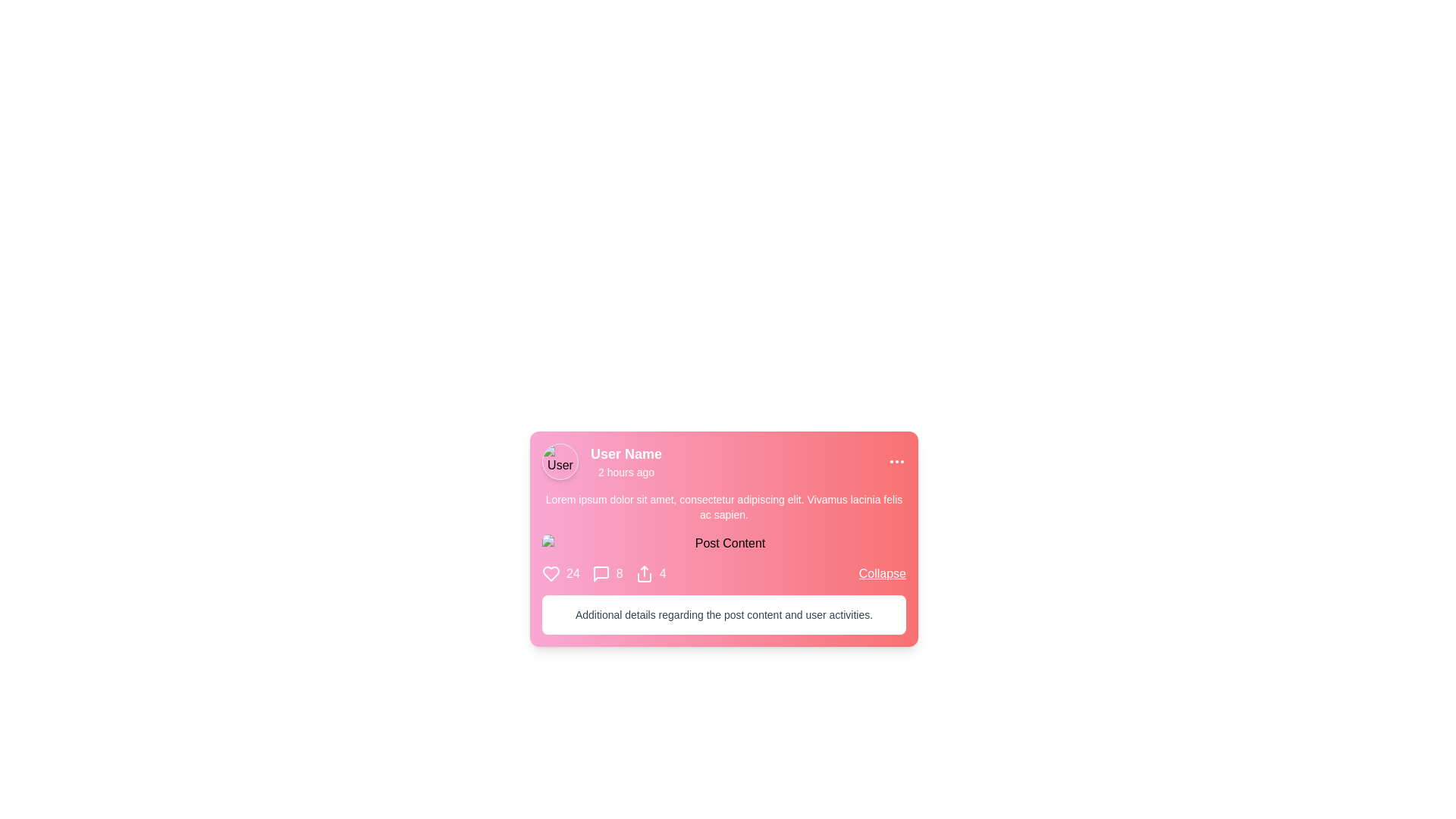 The height and width of the screenshot is (819, 1456). What do you see at coordinates (651, 573) in the screenshot?
I see `the share button, which is a rounded square icon with an upward arrow and the label '4', located in the bottom row of a card layout` at bounding box center [651, 573].